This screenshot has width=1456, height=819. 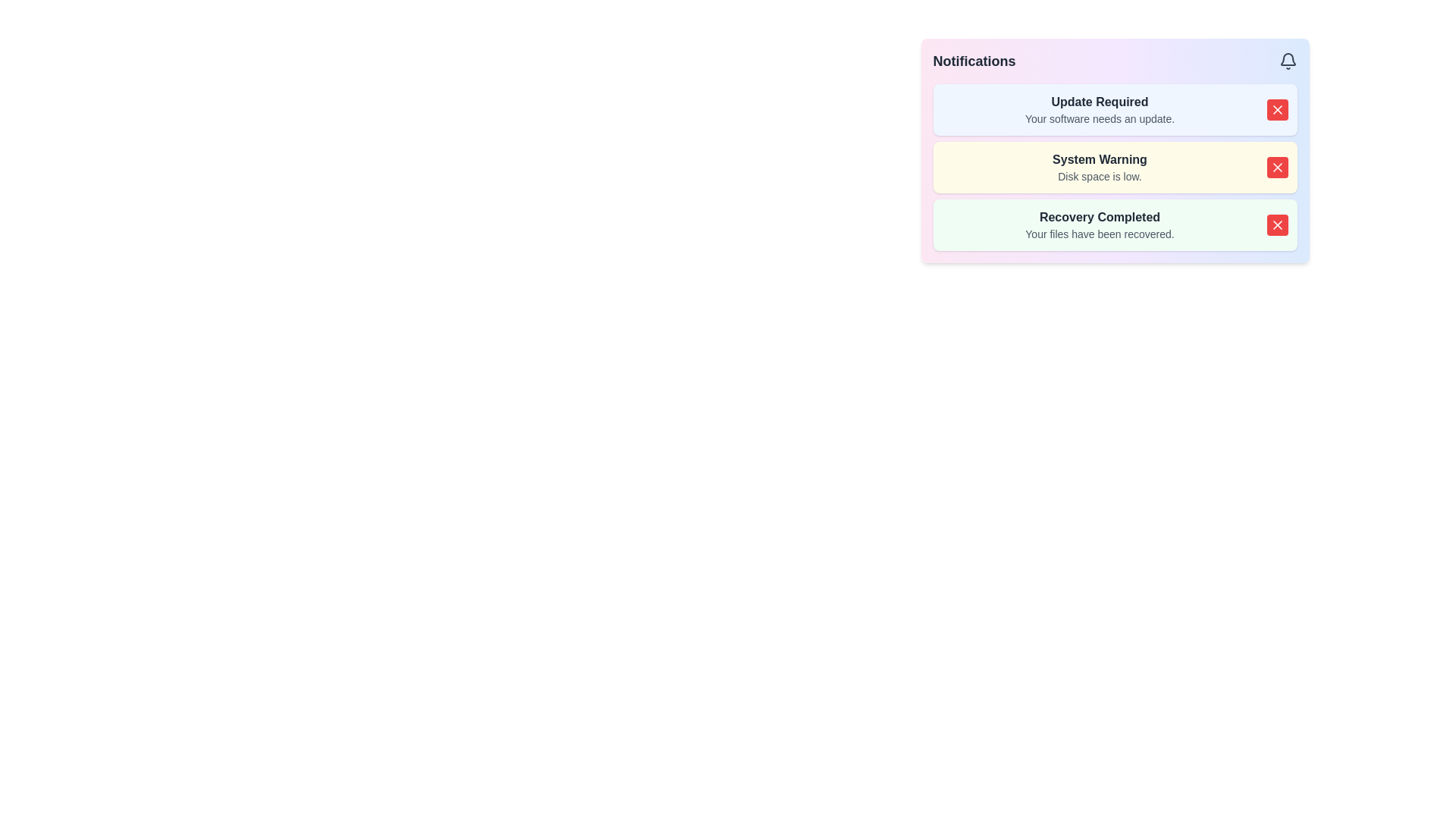 I want to click on notification titled 'System Warning' with the message 'Disk space is low' which is styled with a yellow background and has a red dismiss button to its right, so click(x=1115, y=151).